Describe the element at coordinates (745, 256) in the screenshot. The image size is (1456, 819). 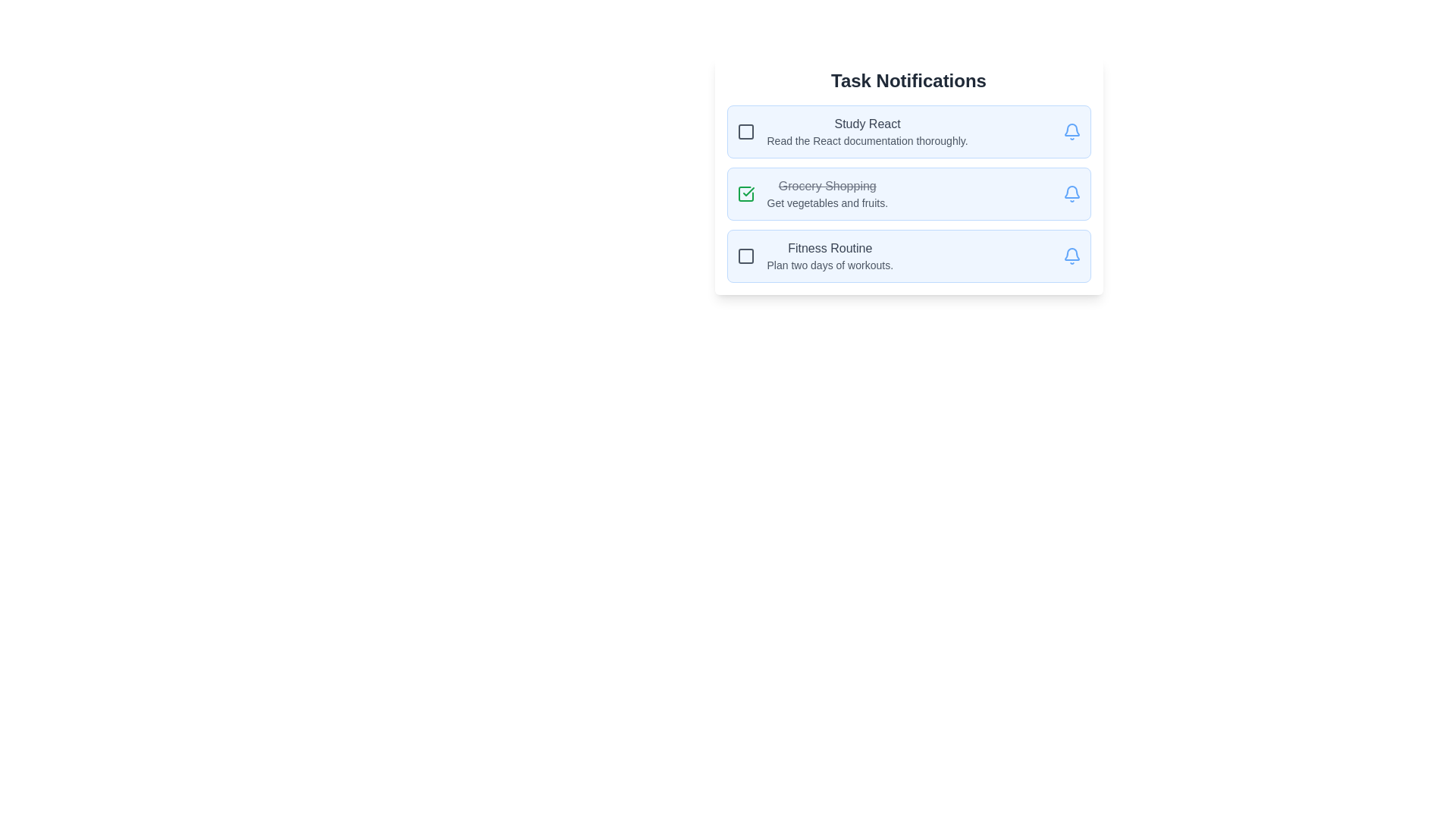
I see `the status indicated by the visual indicator (status icon) located at the leftmost side of the 'Fitness Routine' task row in the 'Task Notifications' panel, specifically for the third item in the task list` at that location.